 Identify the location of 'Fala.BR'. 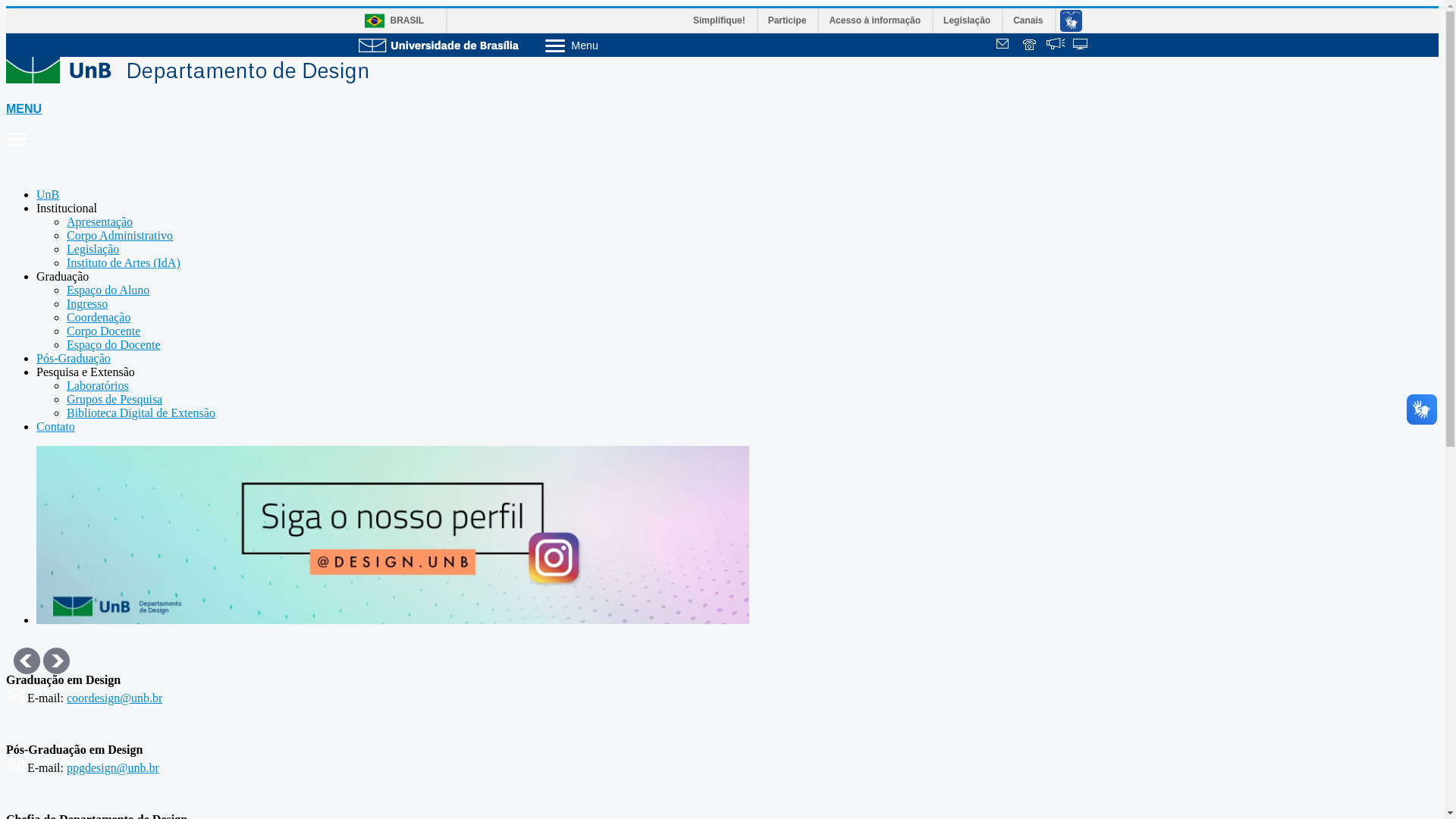
(1055, 45).